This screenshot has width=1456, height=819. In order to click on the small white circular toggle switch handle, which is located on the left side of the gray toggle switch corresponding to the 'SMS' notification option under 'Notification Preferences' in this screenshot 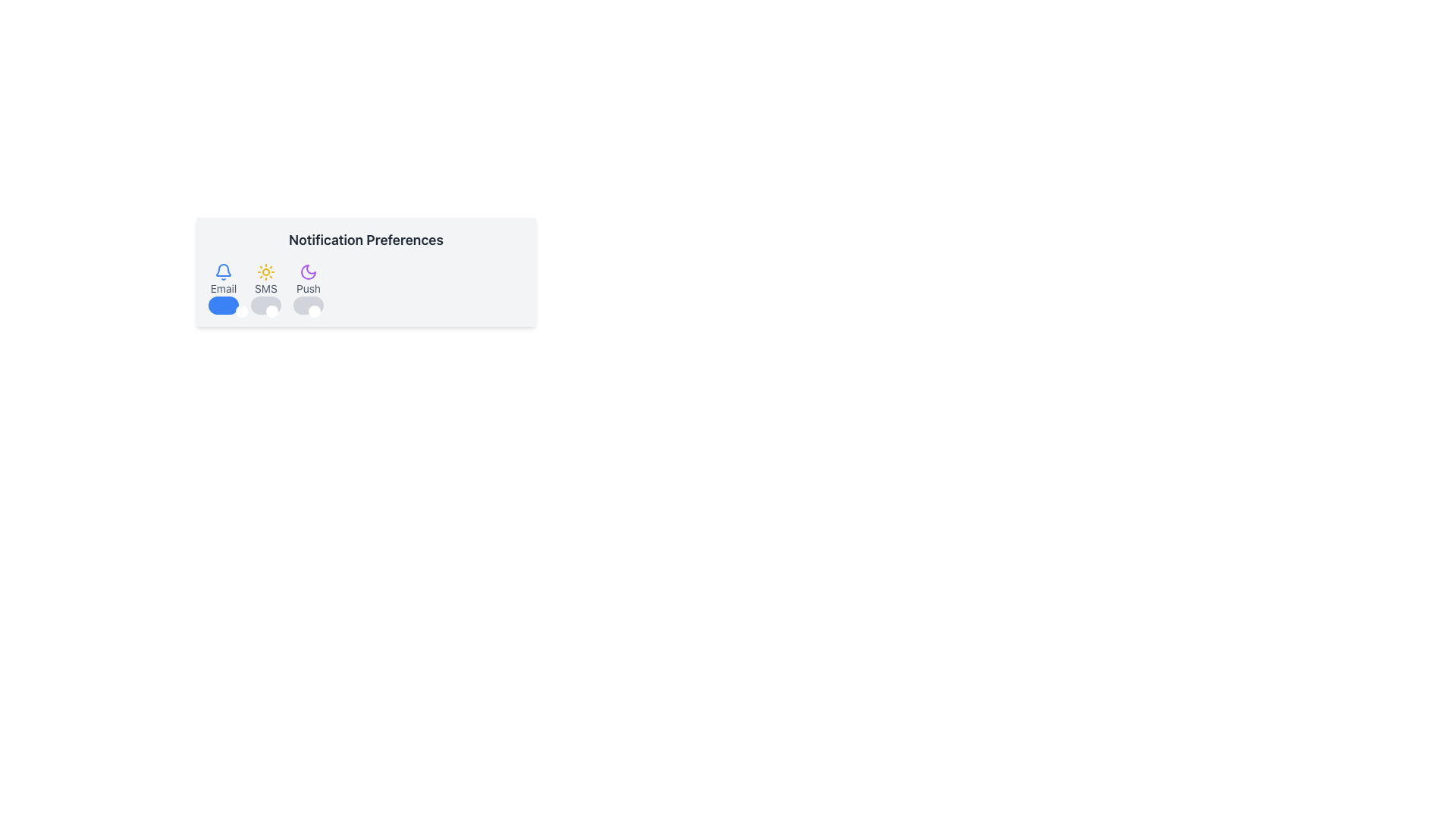, I will do `click(272, 311)`.